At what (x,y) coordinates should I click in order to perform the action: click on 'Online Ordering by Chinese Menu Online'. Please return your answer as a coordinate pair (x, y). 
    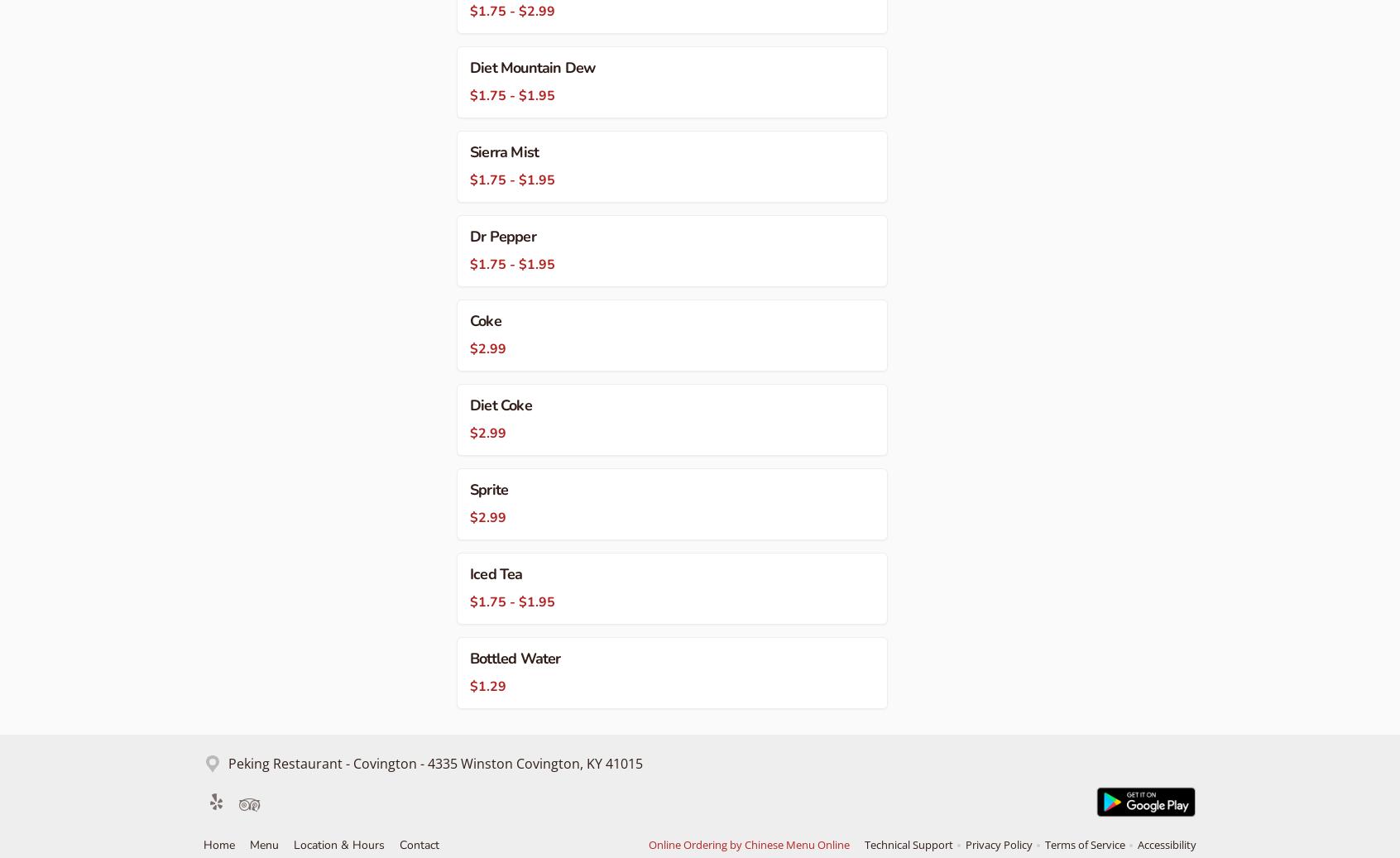
    Looking at the image, I should click on (748, 843).